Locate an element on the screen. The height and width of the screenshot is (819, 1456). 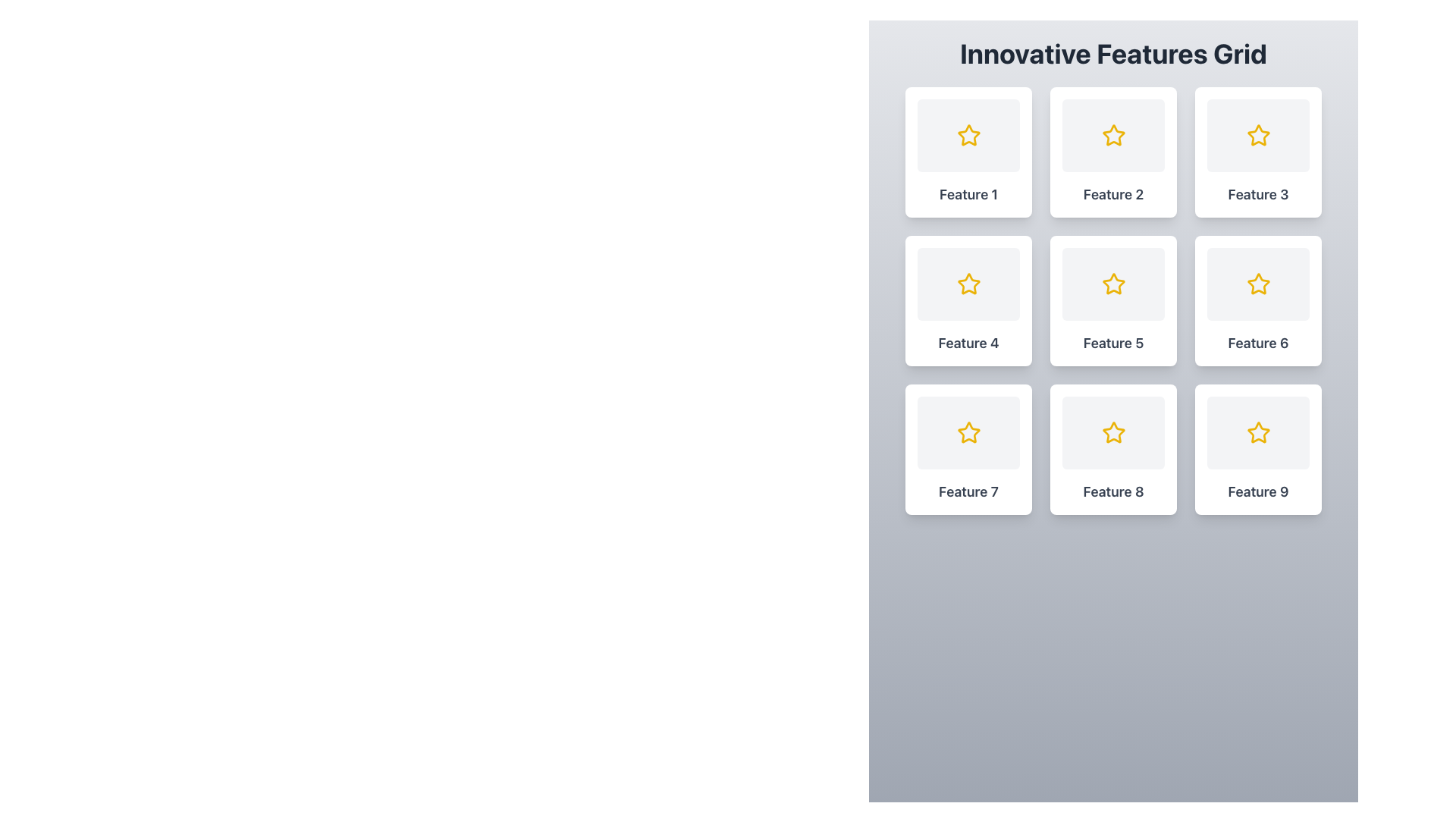
the text label displaying 'Feature 4', which is styled in gray-700 and part of the card in the second row and first column of a 3x3 grid layout is located at coordinates (968, 343).